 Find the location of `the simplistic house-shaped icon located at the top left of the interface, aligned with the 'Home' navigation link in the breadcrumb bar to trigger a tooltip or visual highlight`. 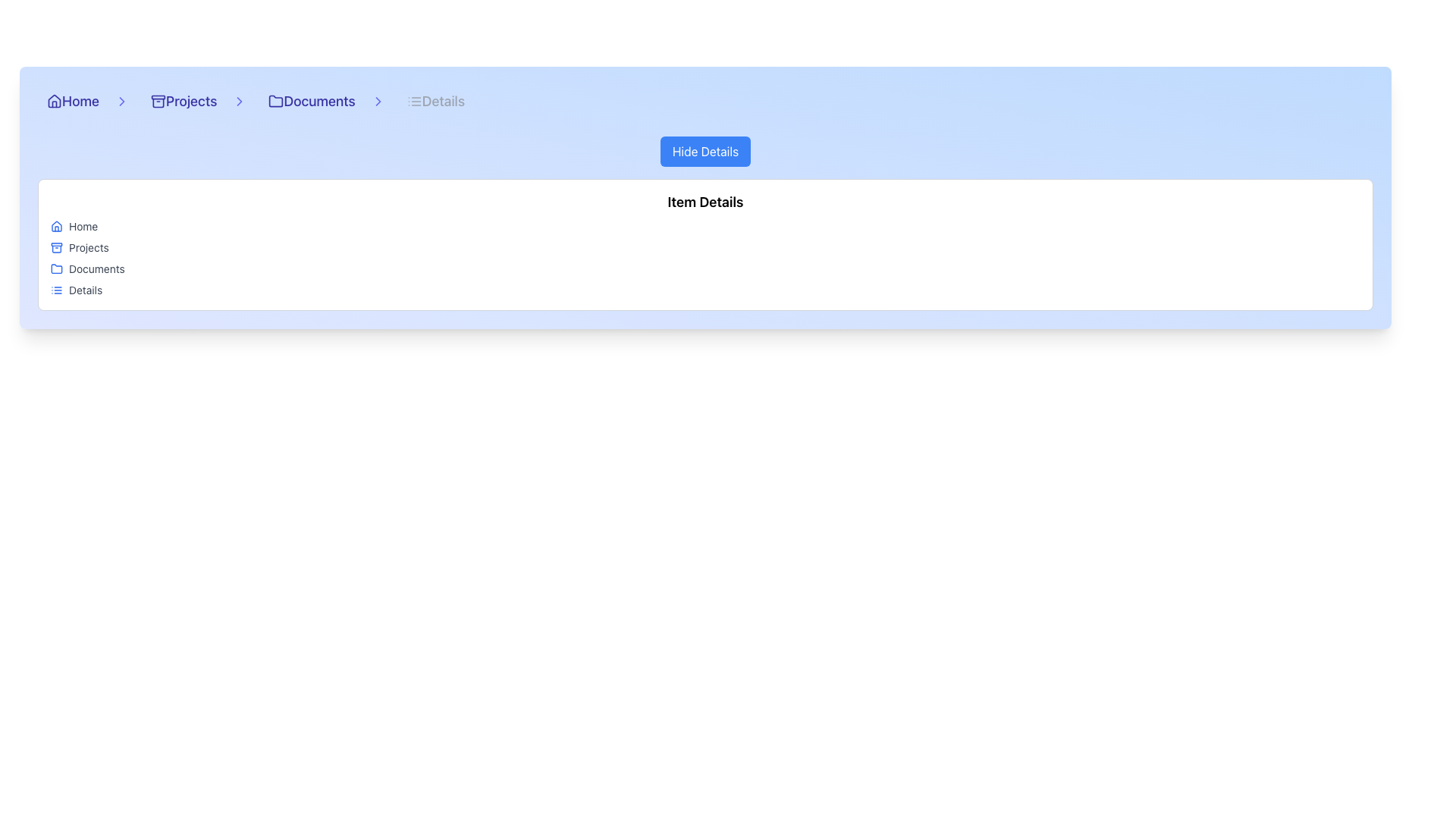

the simplistic house-shaped icon located at the top left of the interface, aligned with the 'Home' navigation link in the breadcrumb bar to trigger a tooltip or visual highlight is located at coordinates (55, 100).